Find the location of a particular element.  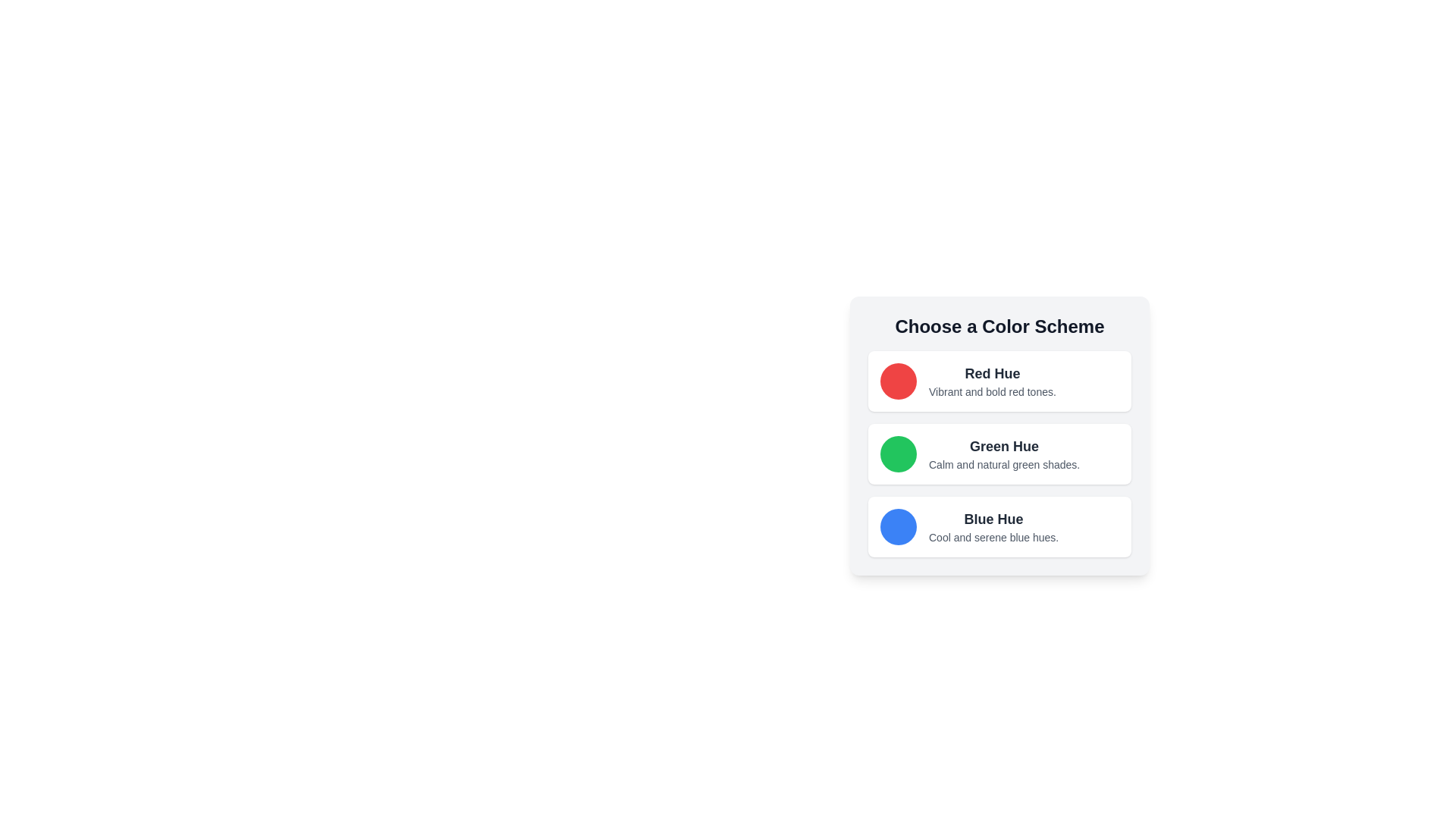

the text label that reads 'Green Hue' in bold, part of the second card under 'Choose a Color Scheme' located near the center-right of the card is located at coordinates (1004, 453).